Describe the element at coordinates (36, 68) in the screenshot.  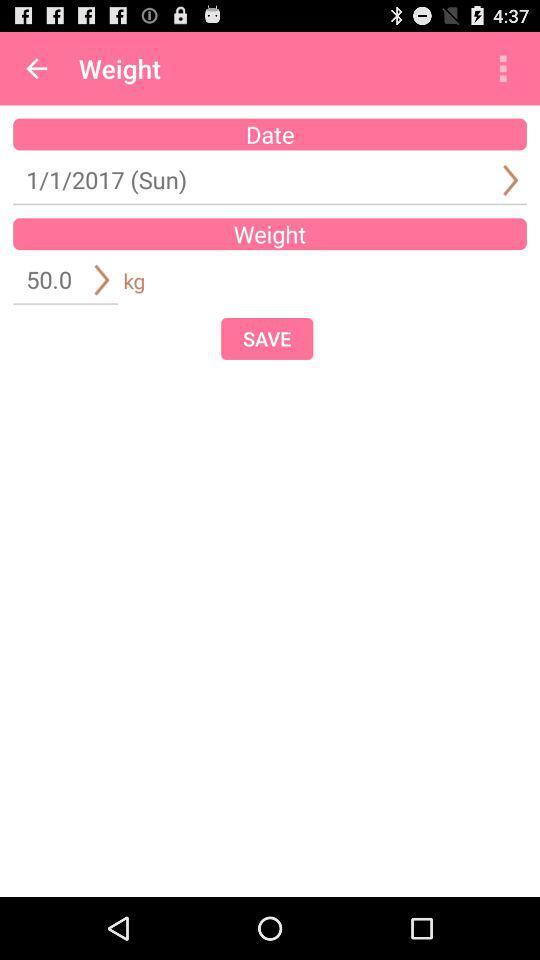
I see `icon above date item` at that location.